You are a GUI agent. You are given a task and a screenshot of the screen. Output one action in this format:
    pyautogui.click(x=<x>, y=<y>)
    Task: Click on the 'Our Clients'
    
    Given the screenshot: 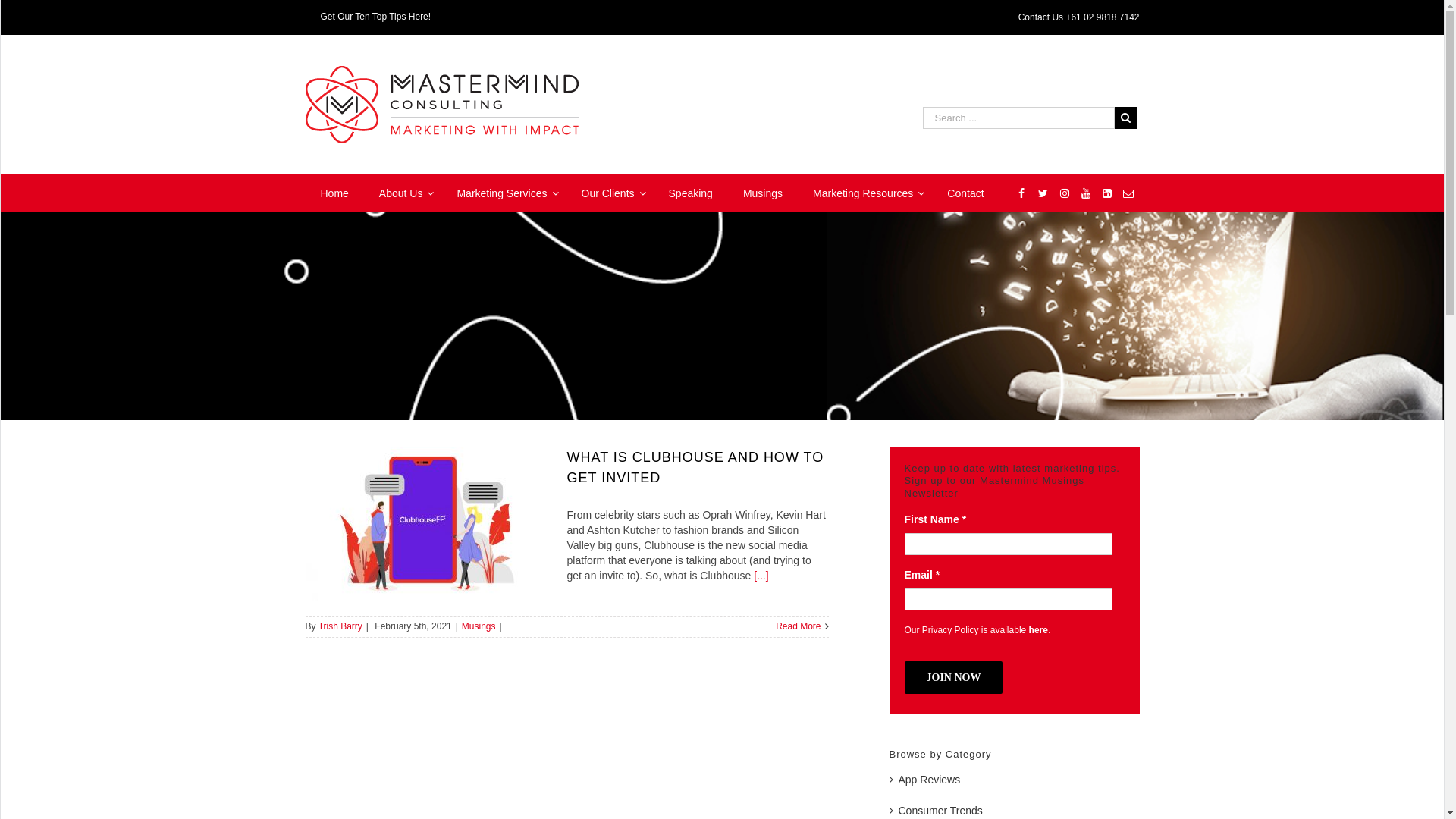 What is the action you would take?
    pyautogui.click(x=609, y=192)
    